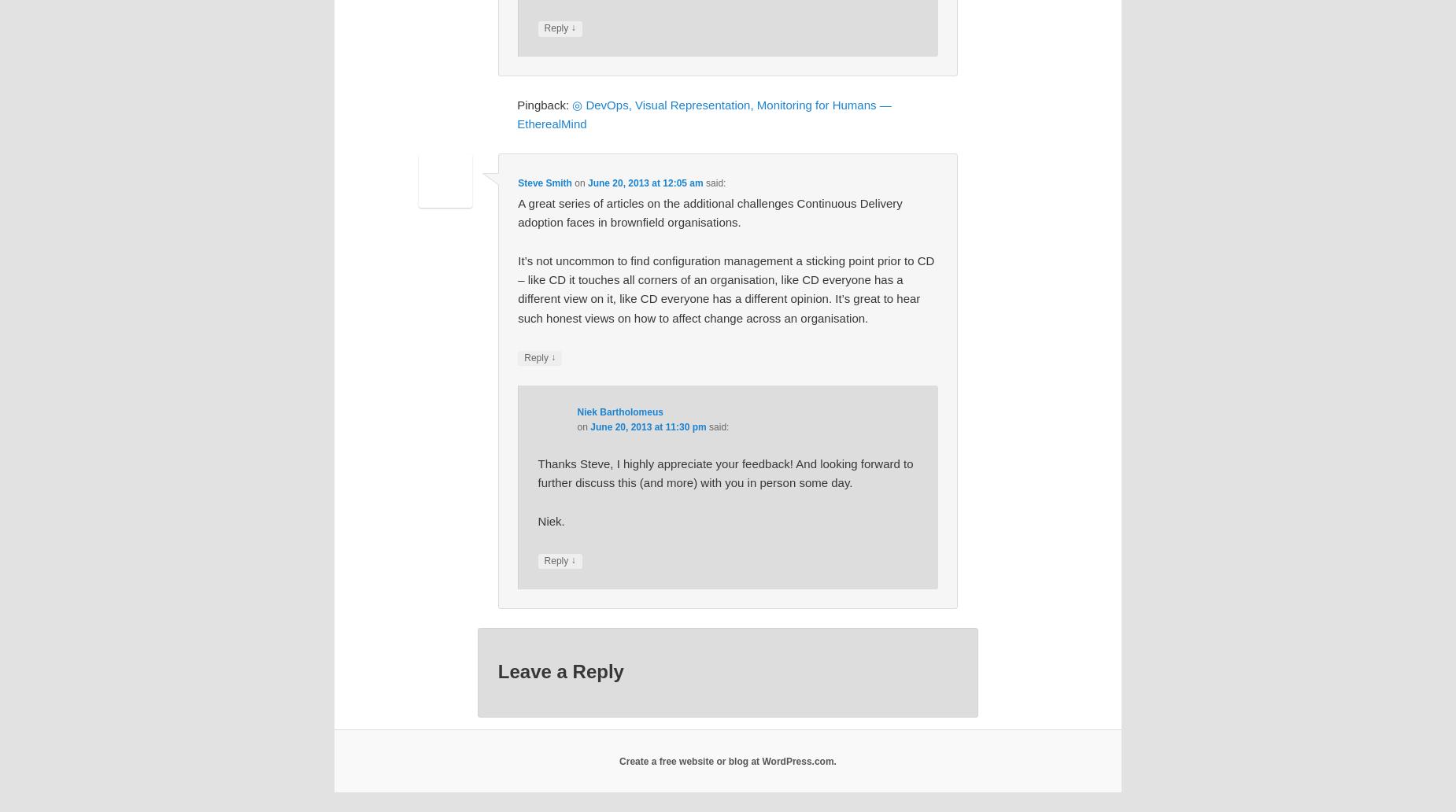 The image size is (1456, 812). Describe the element at coordinates (645, 183) in the screenshot. I see `'June 20, 2013 at 12:05 am'` at that location.